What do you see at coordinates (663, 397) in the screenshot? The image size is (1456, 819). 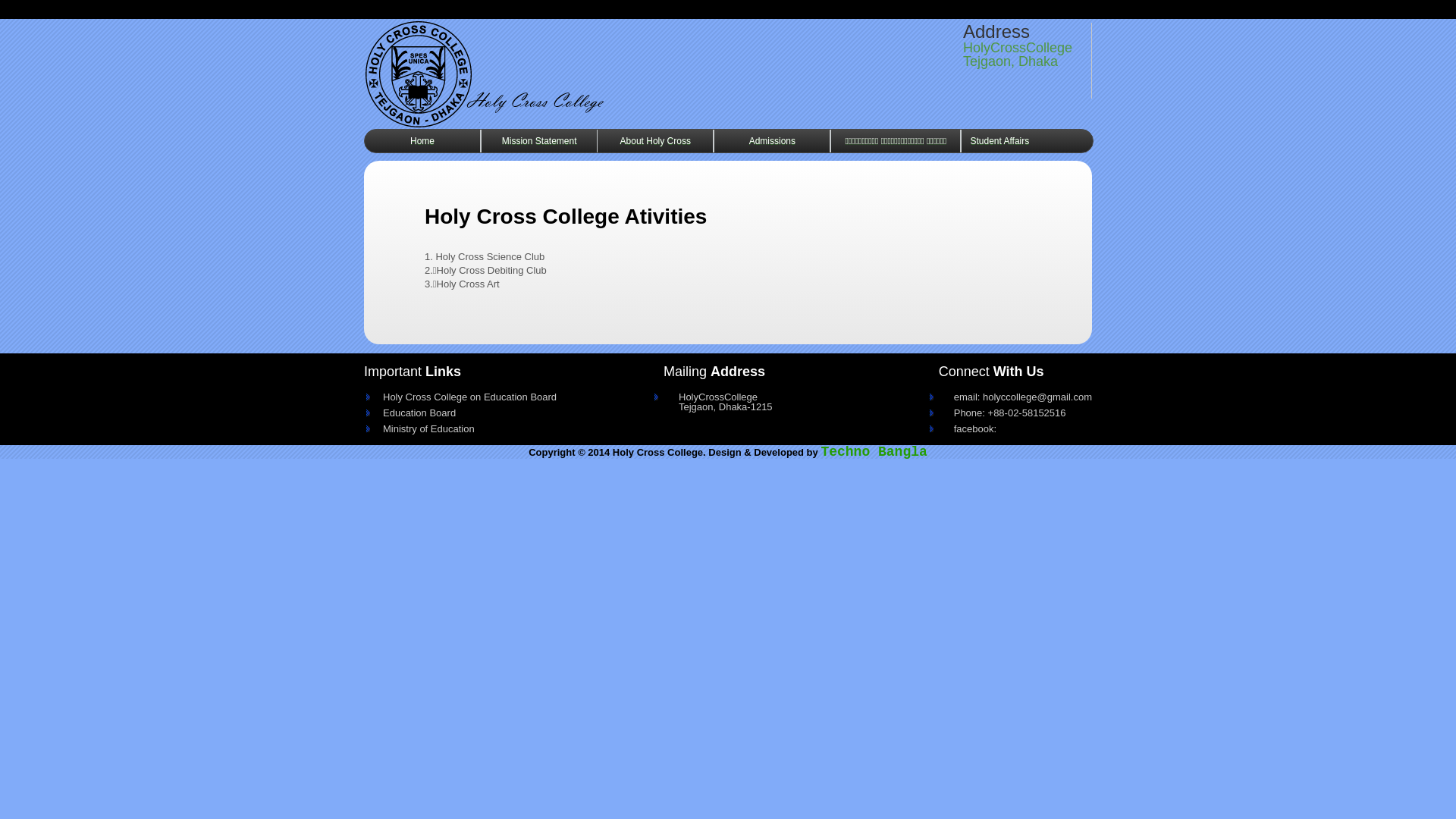 I see `'HolyCrossCollege` at bounding box center [663, 397].